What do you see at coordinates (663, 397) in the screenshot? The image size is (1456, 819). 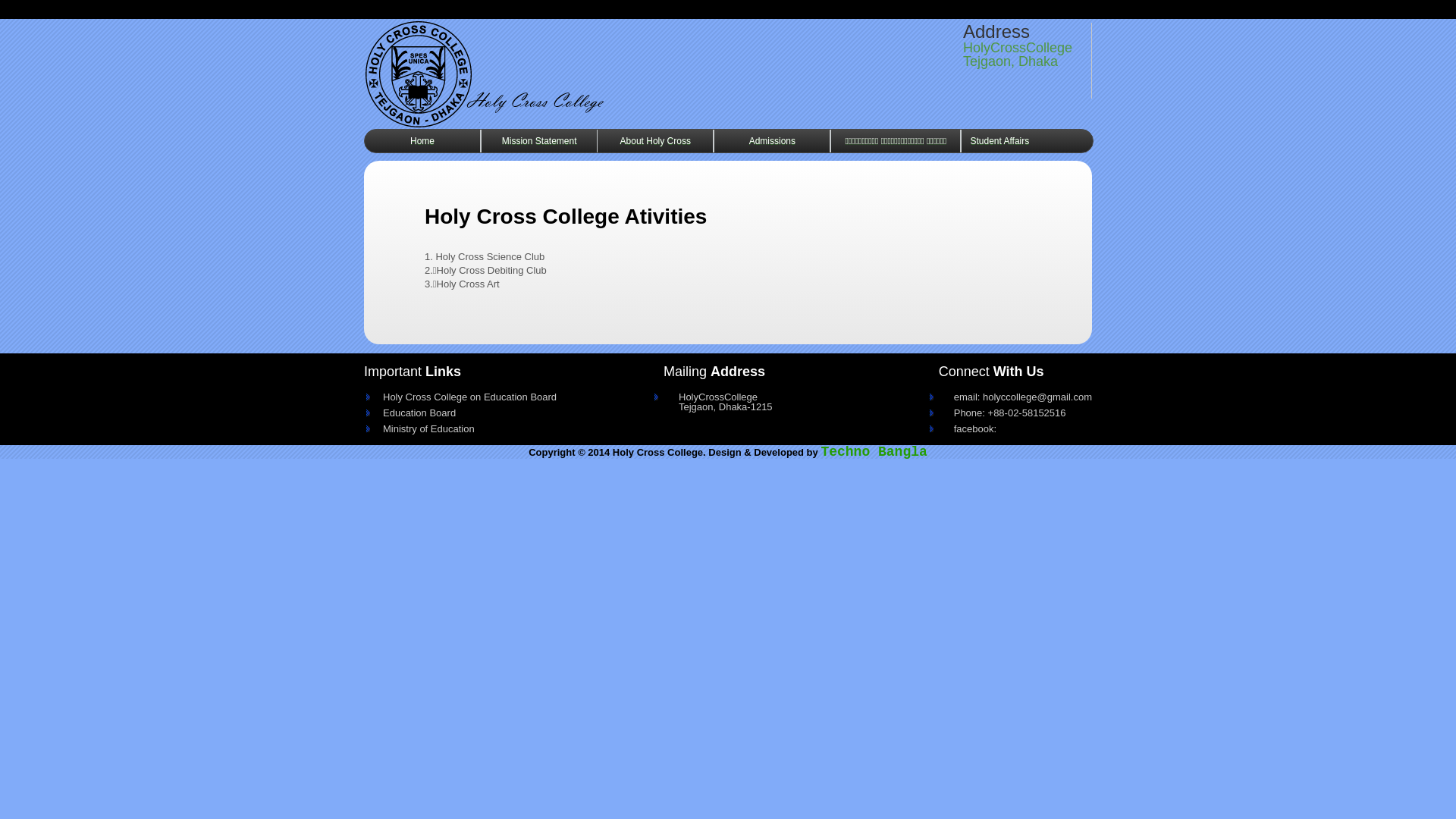 I see `'HolyCrossCollege` at bounding box center [663, 397].